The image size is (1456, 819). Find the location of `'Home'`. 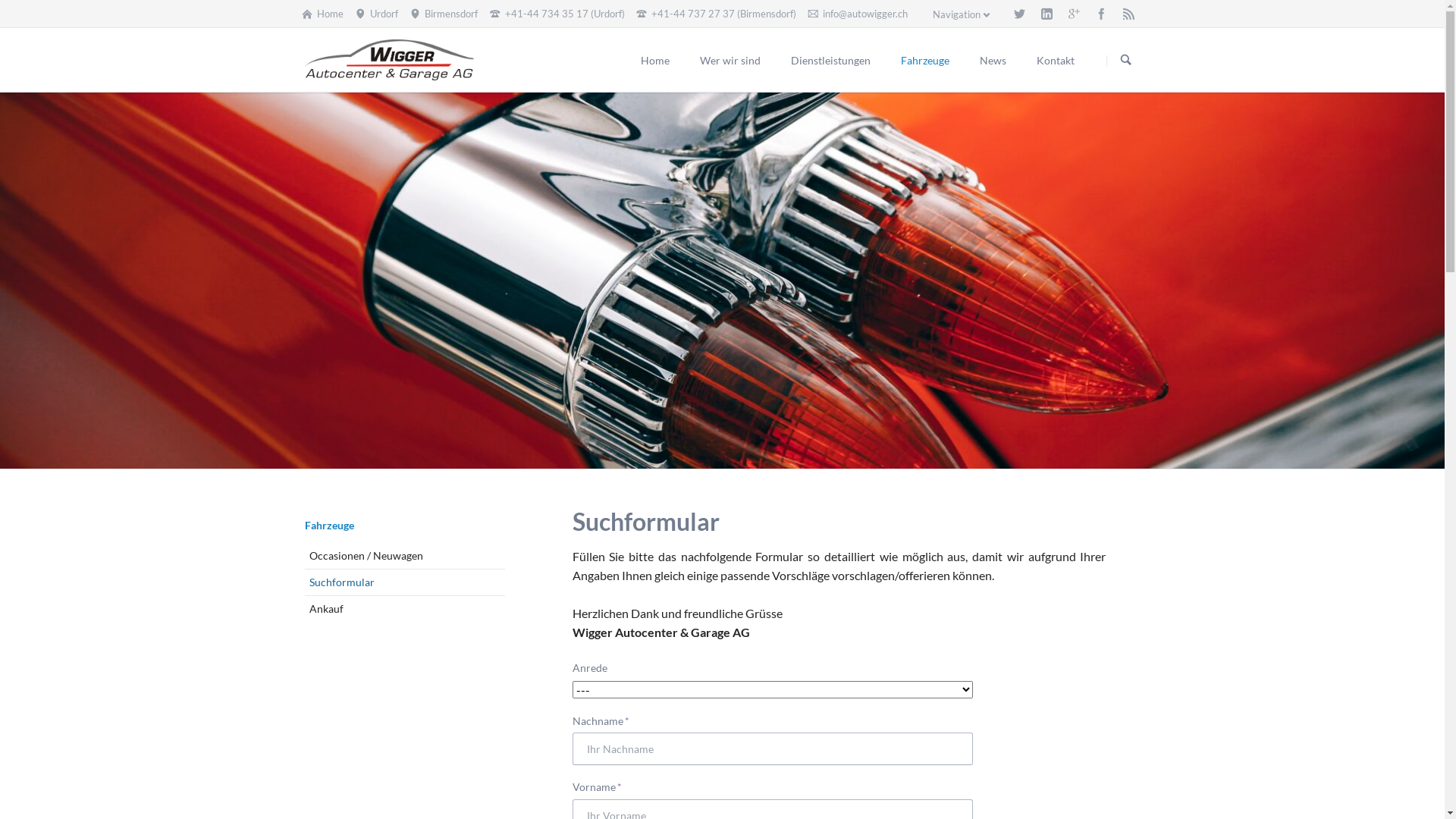

'Home' is located at coordinates (322, 14).